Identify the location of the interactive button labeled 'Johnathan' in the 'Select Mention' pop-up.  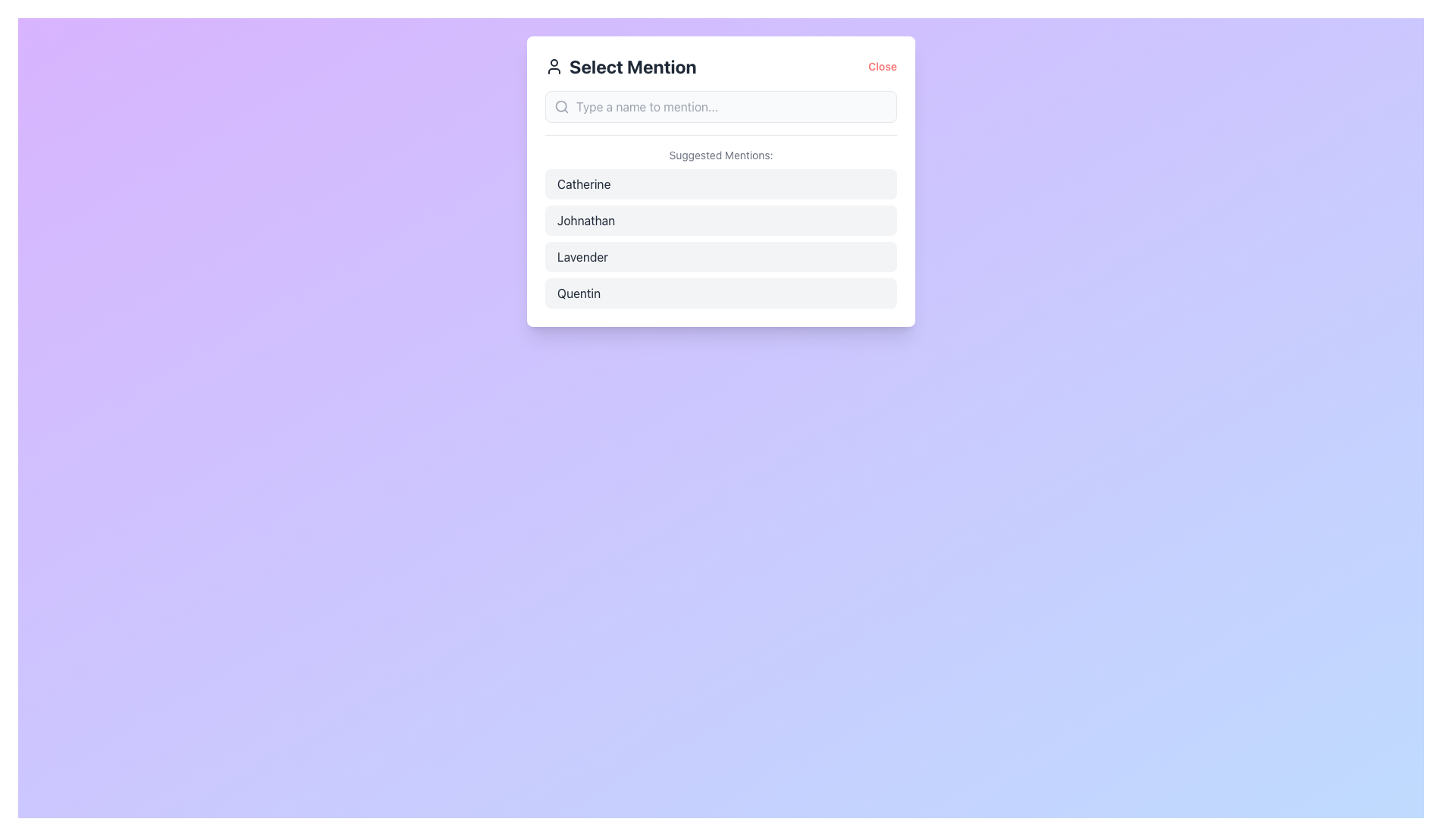
(720, 220).